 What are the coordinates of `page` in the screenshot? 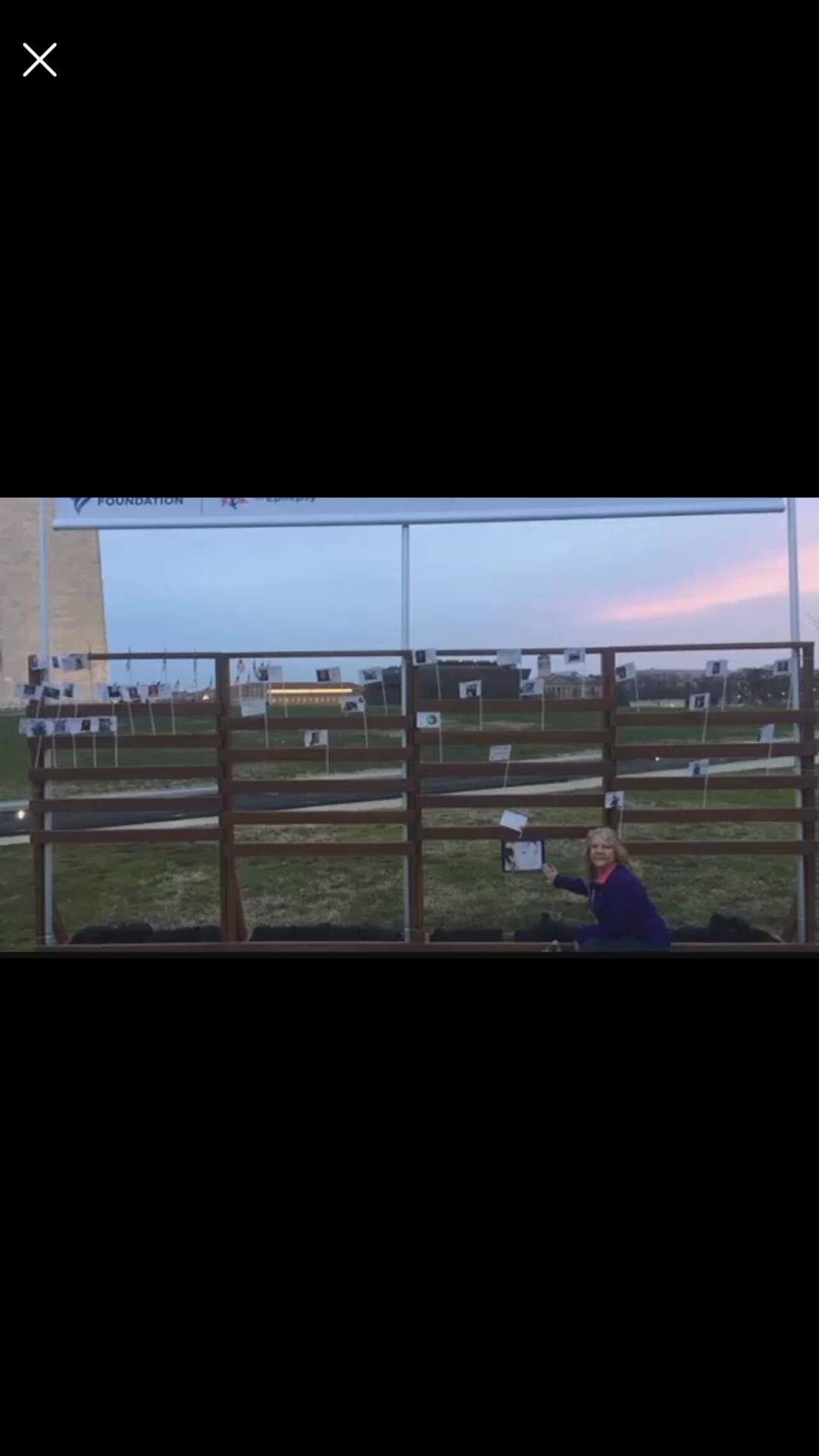 It's located at (39, 59).